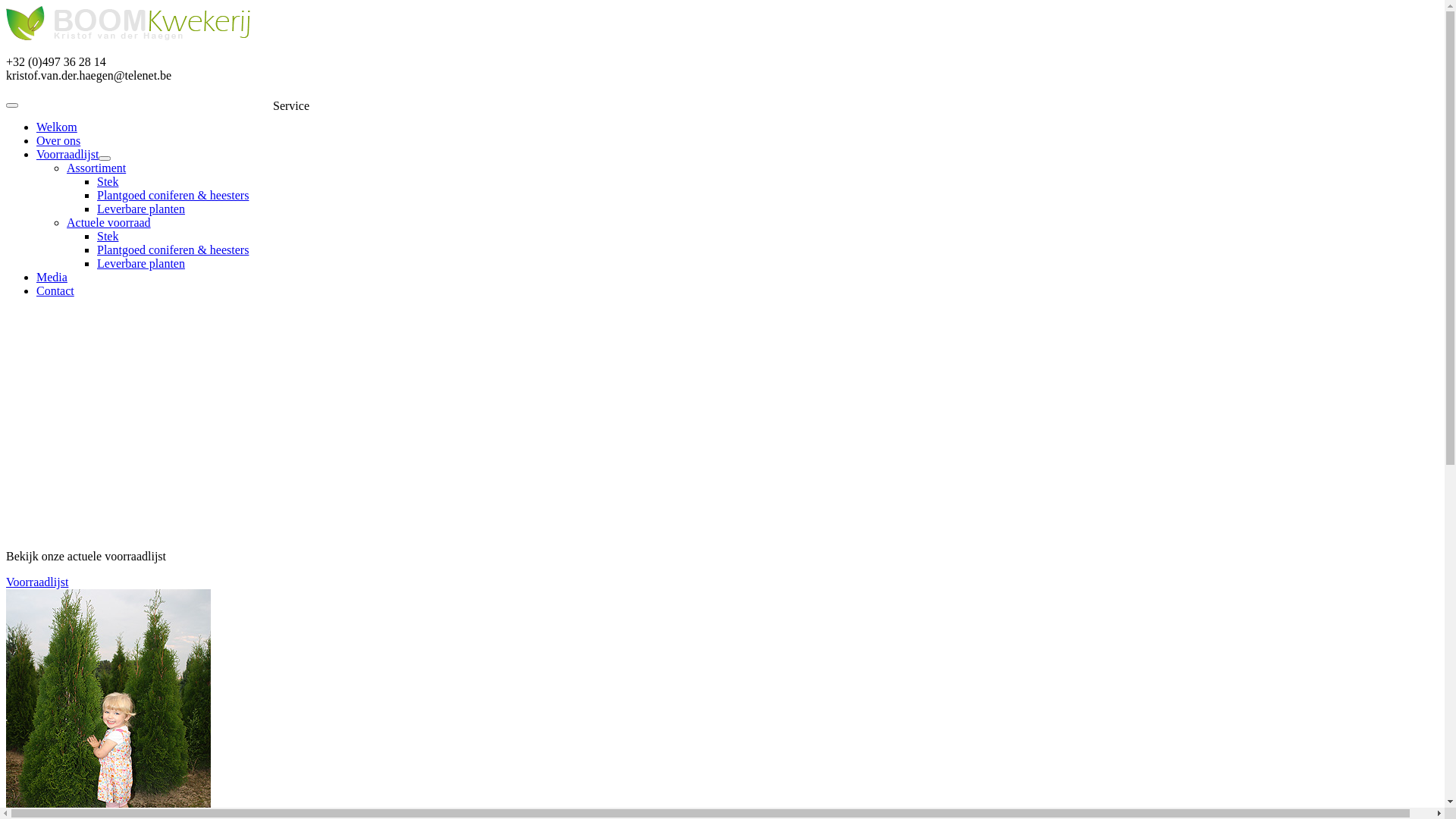 This screenshot has width=1456, height=819. I want to click on 'Plantgoed coniferen & heesters', so click(172, 194).